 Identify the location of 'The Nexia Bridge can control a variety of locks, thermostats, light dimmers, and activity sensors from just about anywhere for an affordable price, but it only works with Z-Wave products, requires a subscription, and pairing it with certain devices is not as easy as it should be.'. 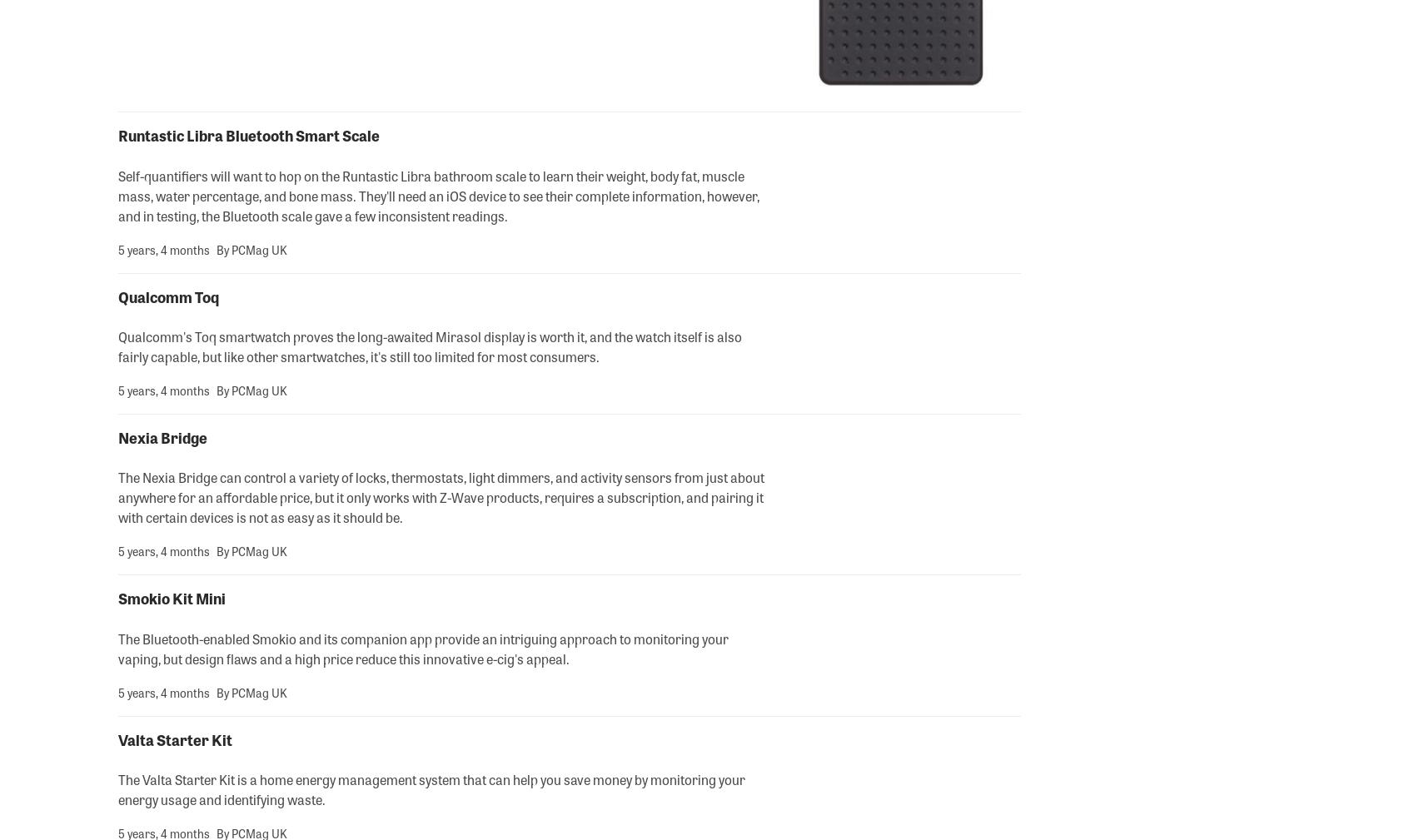
(441, 497).